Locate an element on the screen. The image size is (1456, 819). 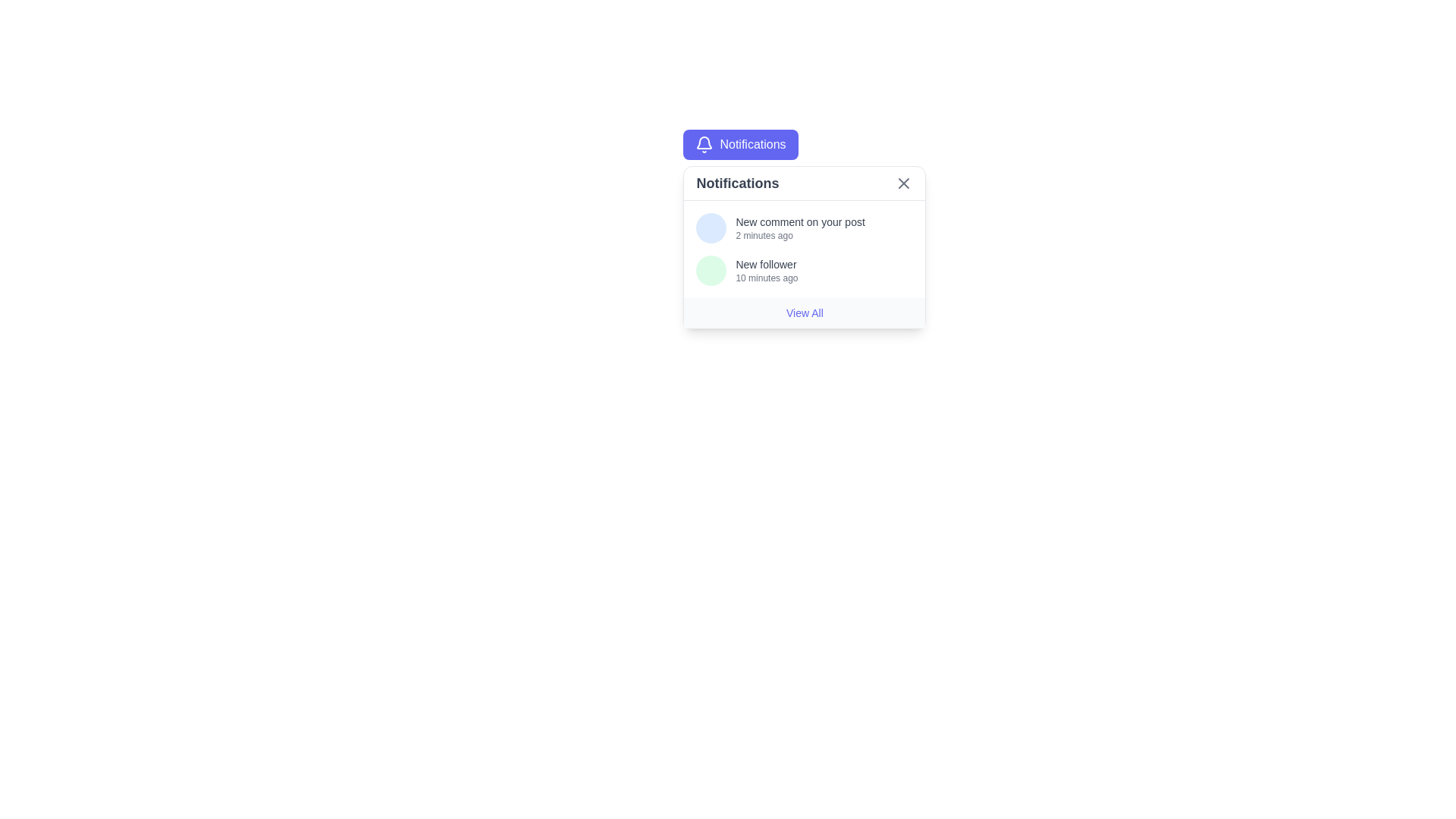
the static informational text displaying the timing of the 'New follower' activity, located below the 'New follower' text in the second notification entry of the notification panel is located at coordinates (767, 278).